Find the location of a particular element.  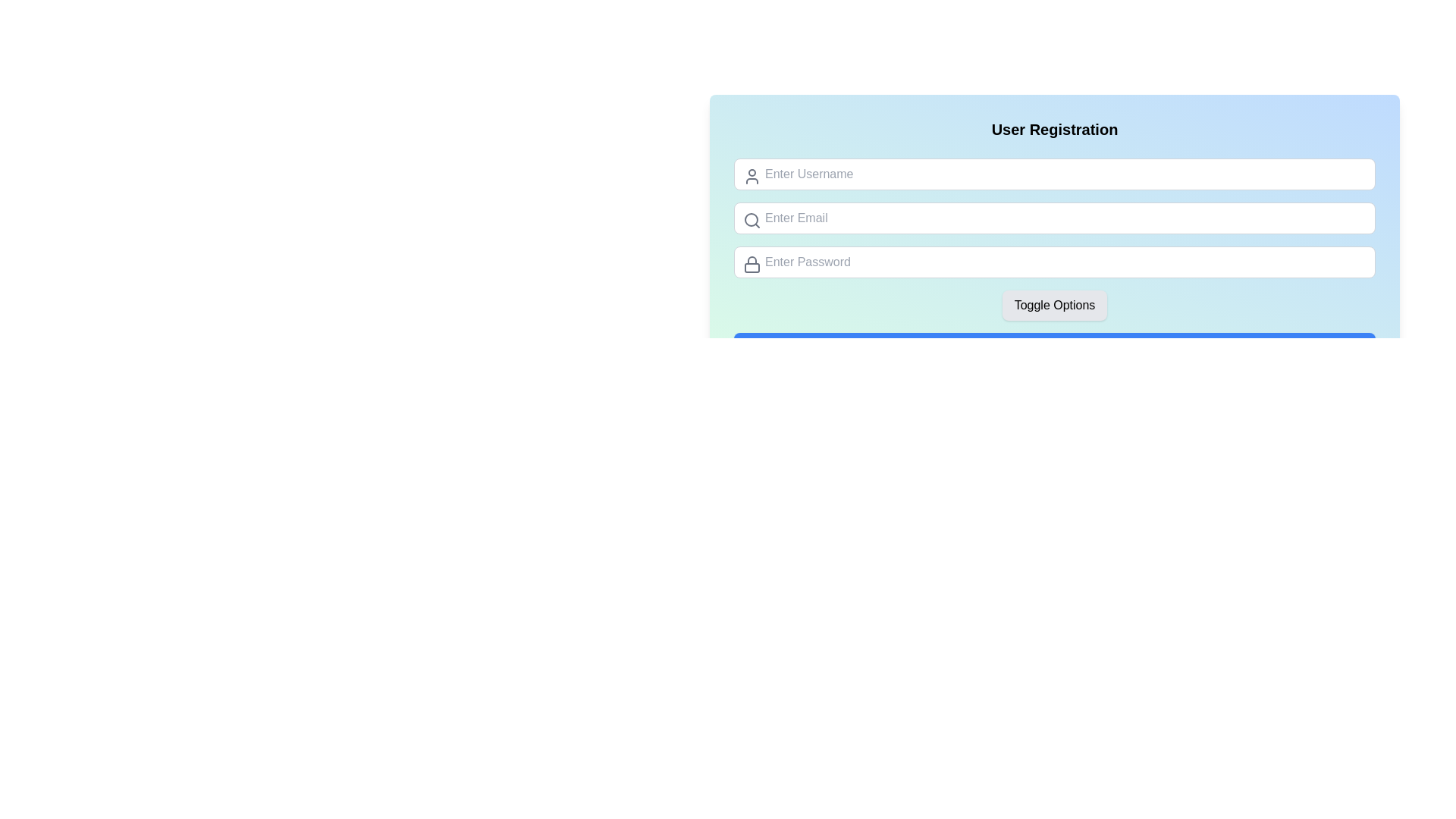

the 'Toggle Options' button located at the lower portion of the user registration form is located at coordinates (1054, 305).